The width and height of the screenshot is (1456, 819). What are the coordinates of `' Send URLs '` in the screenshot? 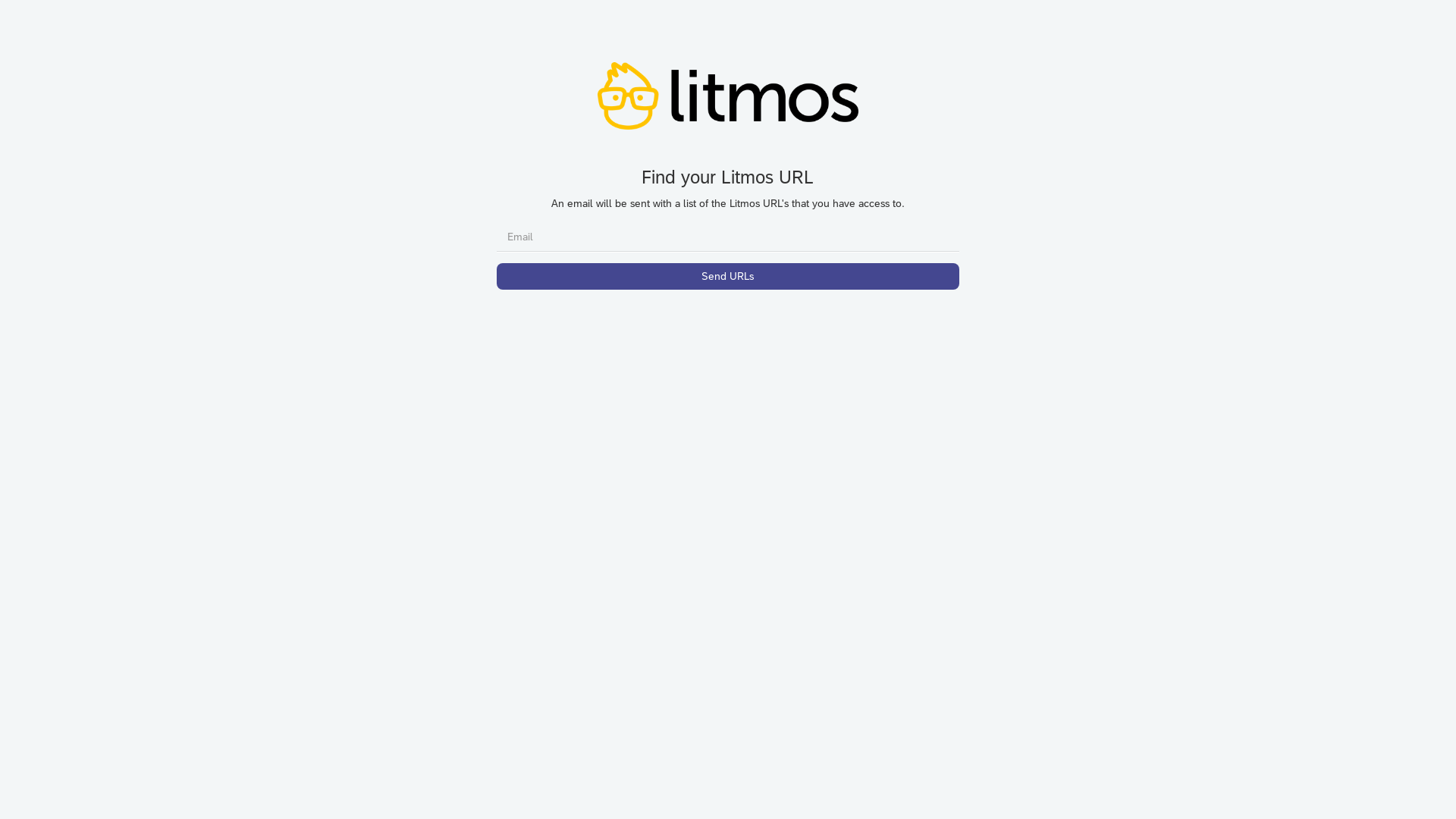 It's located at (728, 276).